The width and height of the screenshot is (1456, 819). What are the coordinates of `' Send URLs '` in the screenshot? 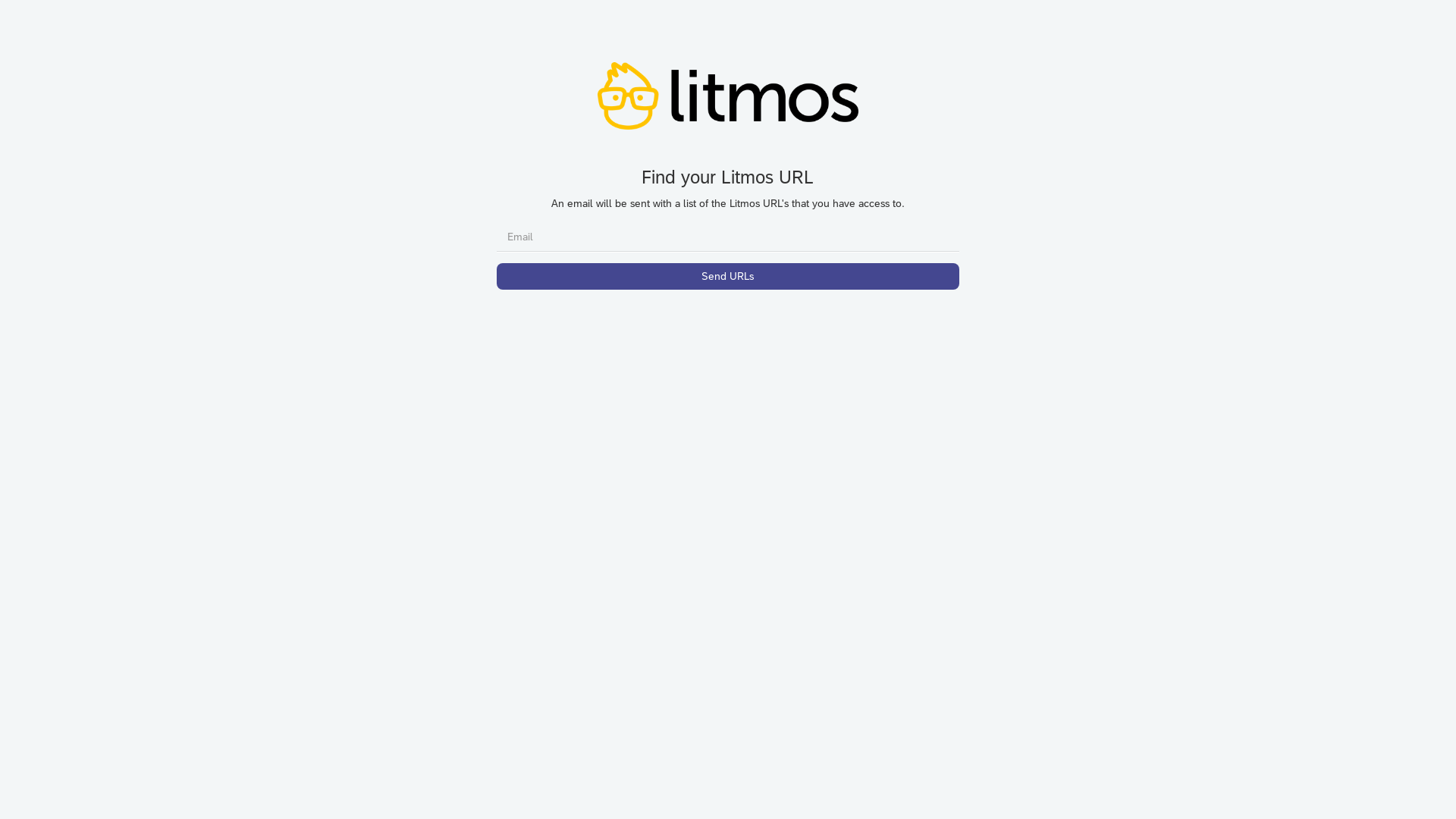 It's located at (728, 276).